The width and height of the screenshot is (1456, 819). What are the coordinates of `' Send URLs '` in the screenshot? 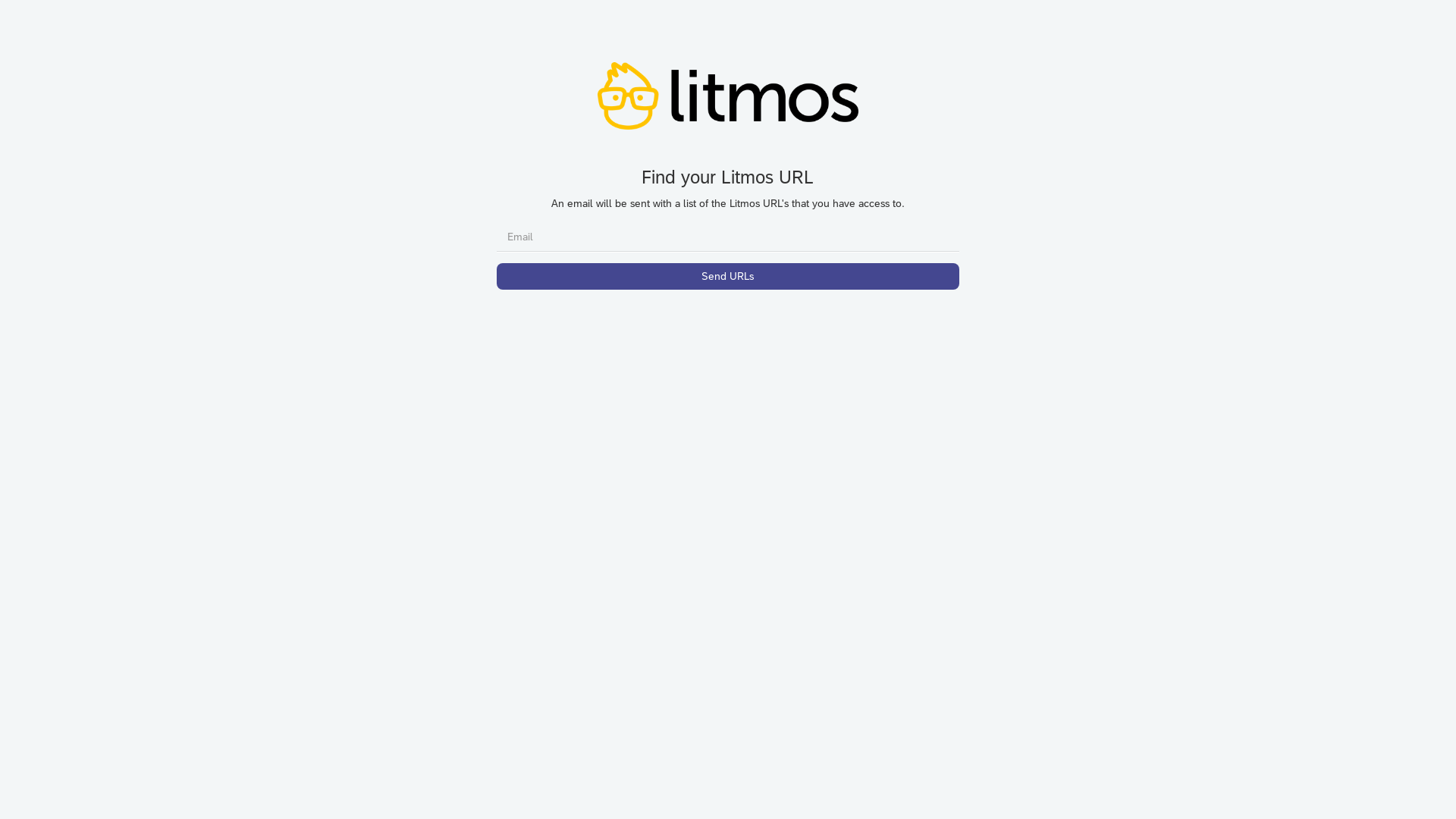 It's located at (728, 276).